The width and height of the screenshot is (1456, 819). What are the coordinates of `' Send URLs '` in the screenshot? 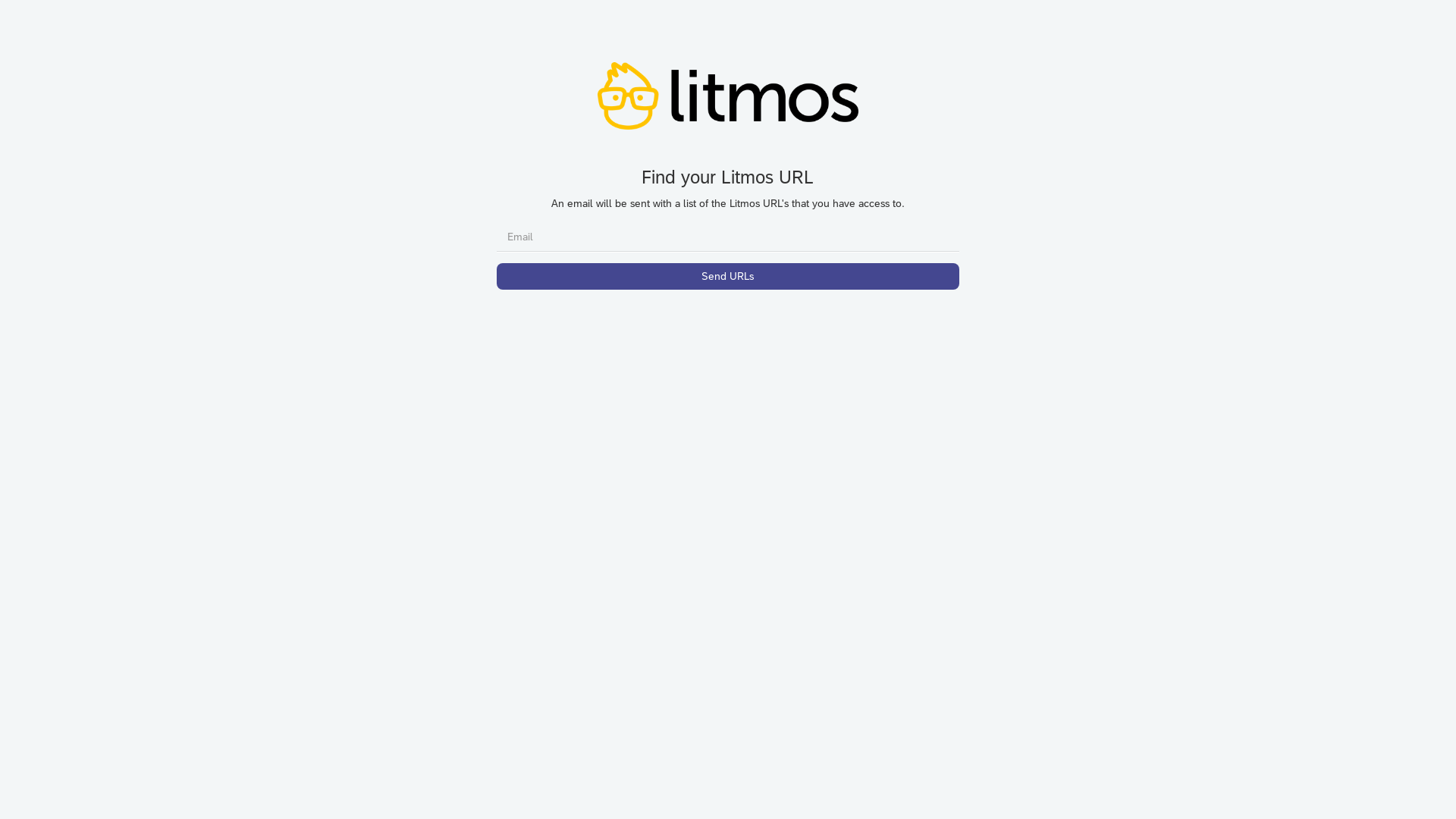 It's located at (728, 276).